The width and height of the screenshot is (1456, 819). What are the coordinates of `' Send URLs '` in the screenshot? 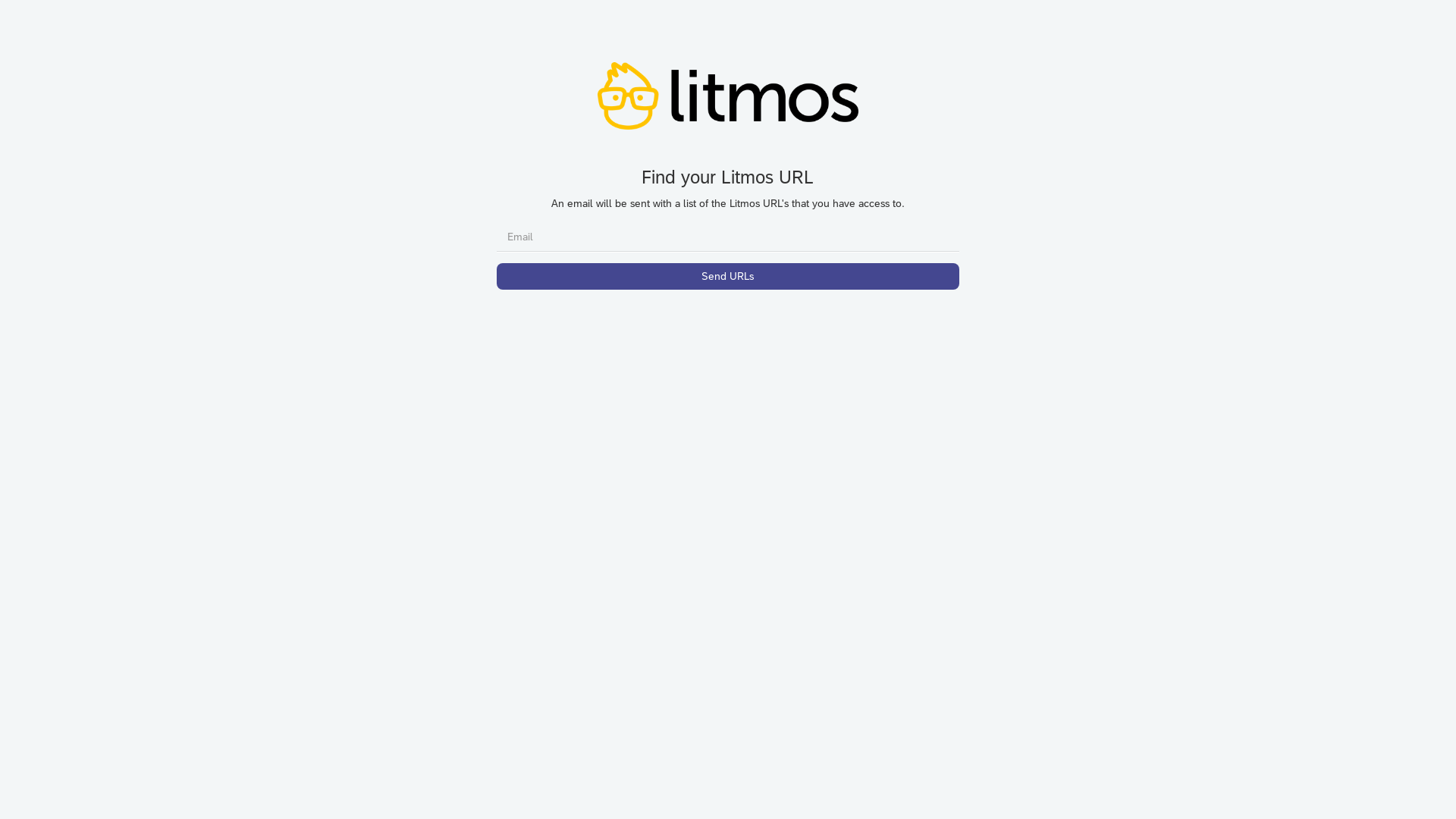 It's located at (728, 276).